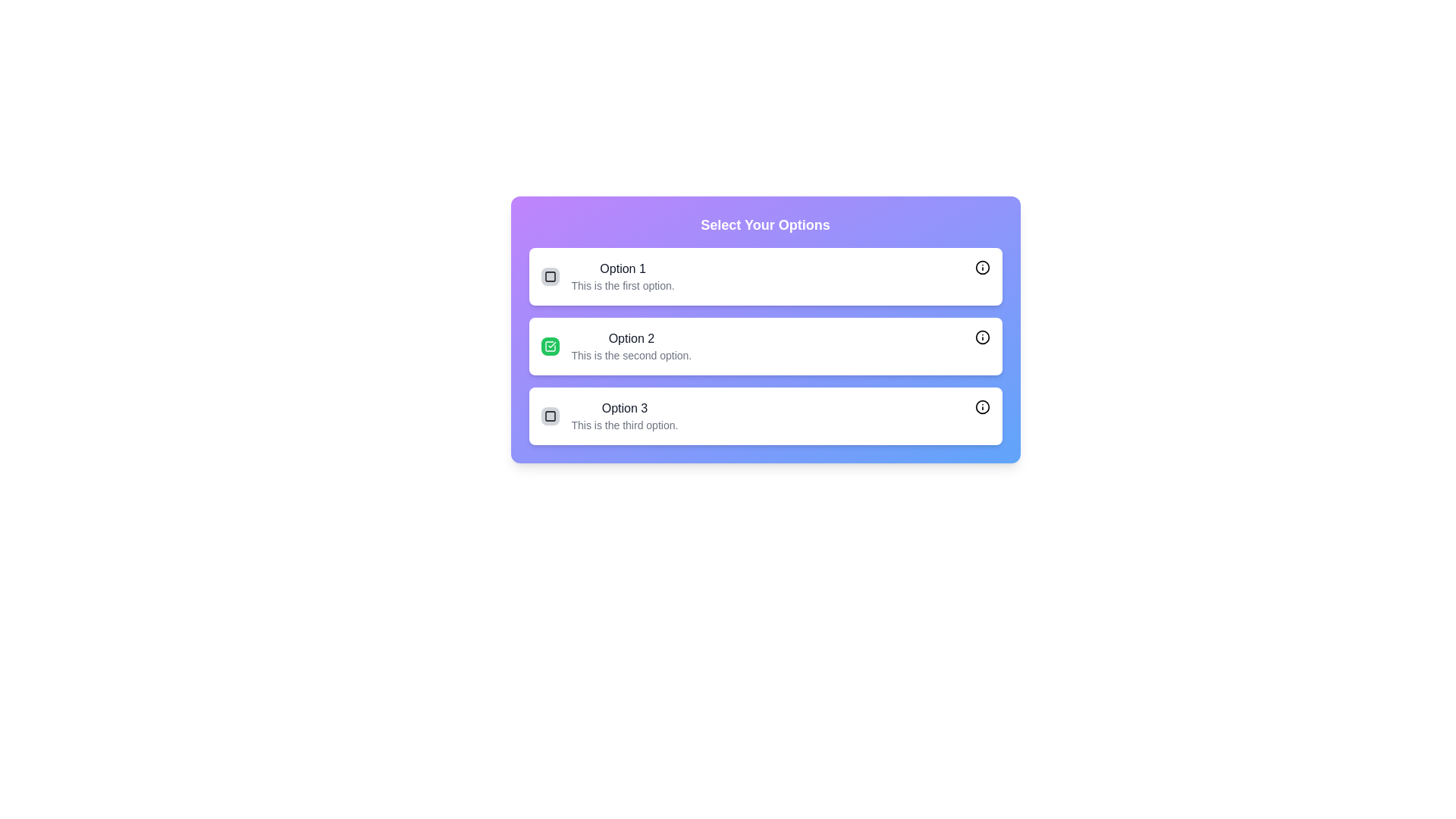 The width and height of the screenshot is (1456, 819). Describe the element at coordinates (616, 346) in the screenshot. I see `textual description of the selectable list item titled 'Option 2', which includes the description 'This is the second option.' and is indicated as selected by a green square icon with a white checkmark` at that location.